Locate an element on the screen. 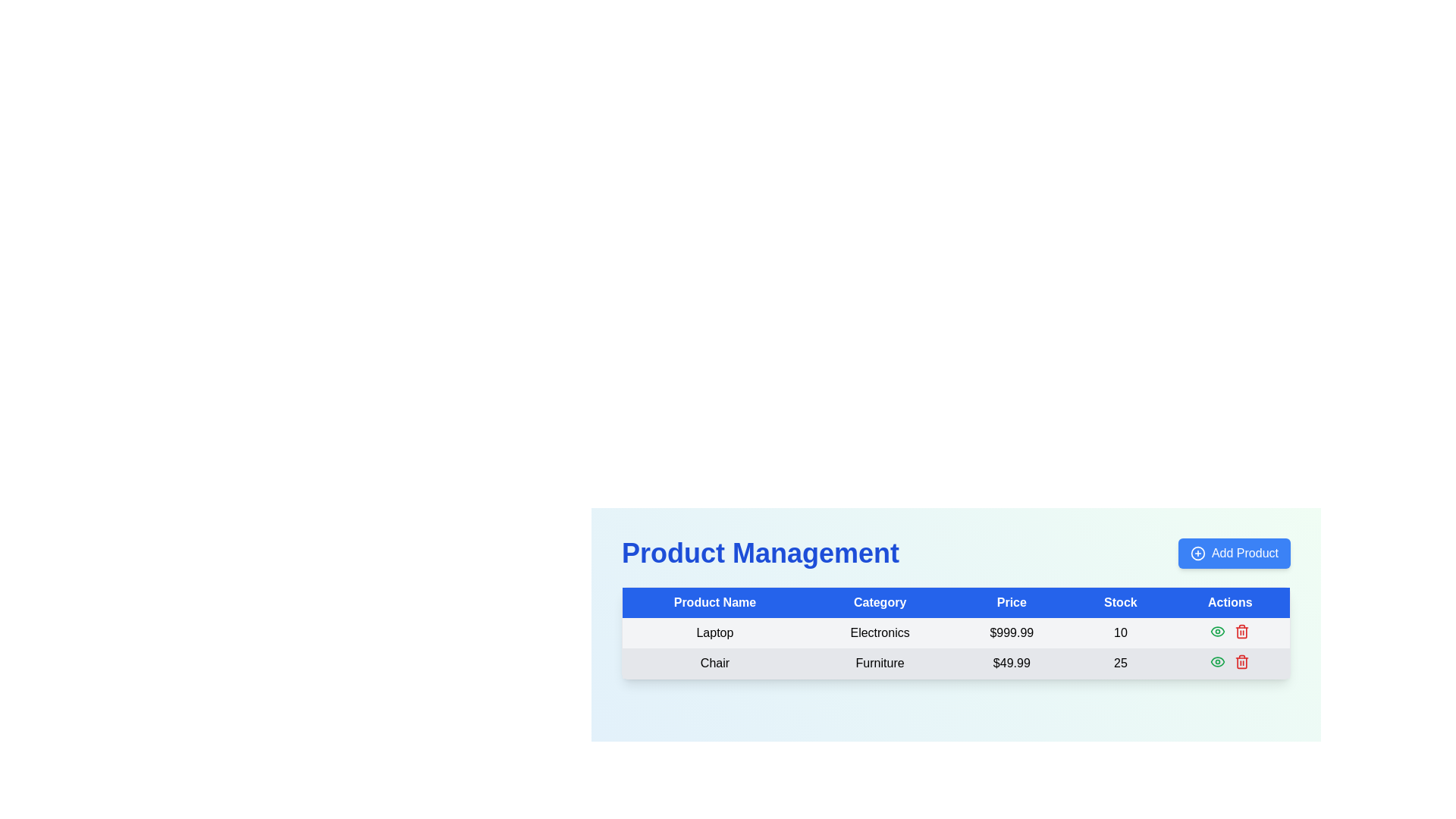 This screenshot has width=1456, height=819. the trash bin icon button, which is styled with a red color scheme and indicates a deletion action, located in the last column of the first row under the 'Actions' header to observe tooltip information is located at coordinates (1242, 632).